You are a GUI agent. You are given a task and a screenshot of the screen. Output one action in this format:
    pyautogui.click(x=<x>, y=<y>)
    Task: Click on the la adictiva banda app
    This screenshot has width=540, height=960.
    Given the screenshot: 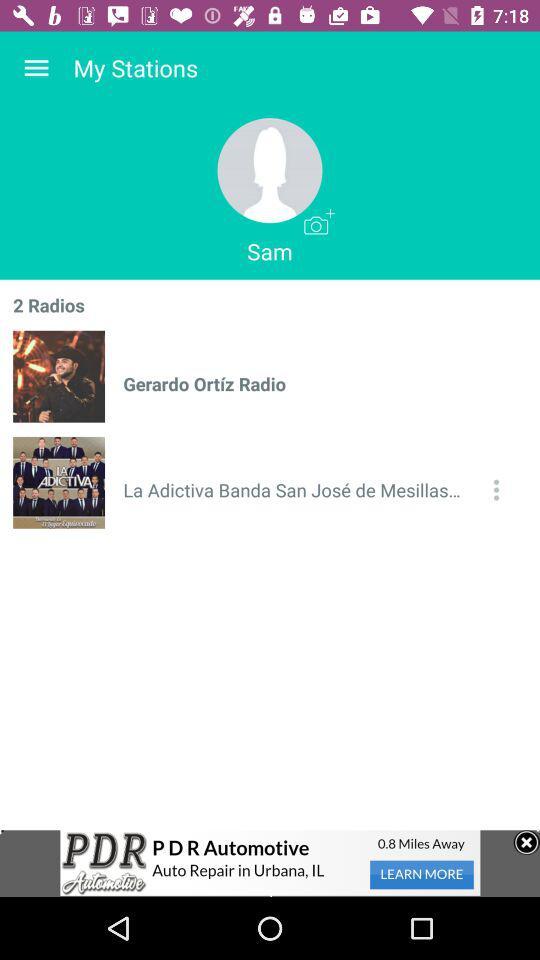 What is the action you would take?
    pyautogui.click(x=295, y=489)
    